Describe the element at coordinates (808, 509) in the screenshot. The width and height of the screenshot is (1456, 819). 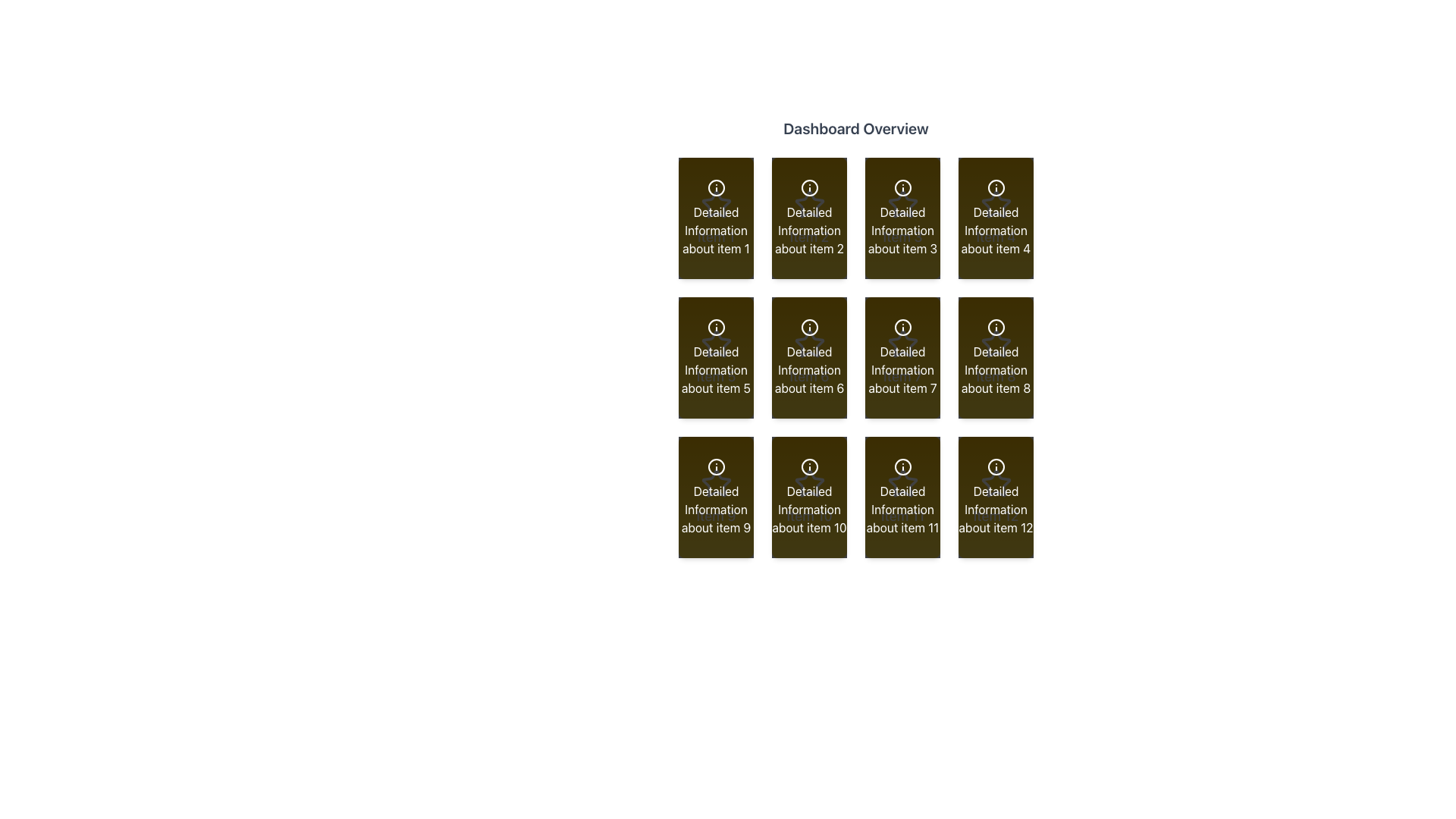
I see `the text label that provides information about 'Item 10', located at the bottom-center of its card in the second column of the last row` at that location.